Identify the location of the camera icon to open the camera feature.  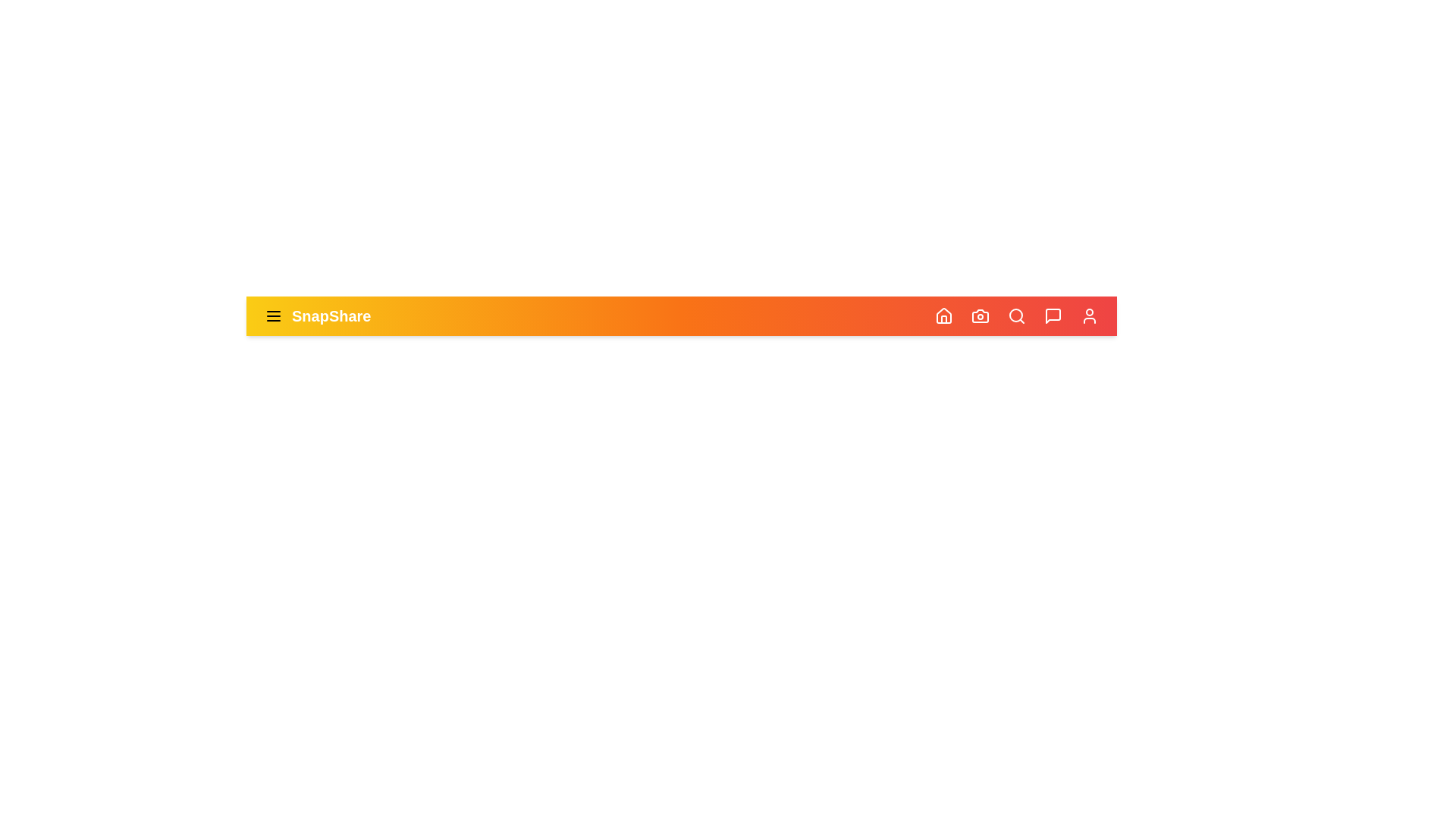
(980, 315).